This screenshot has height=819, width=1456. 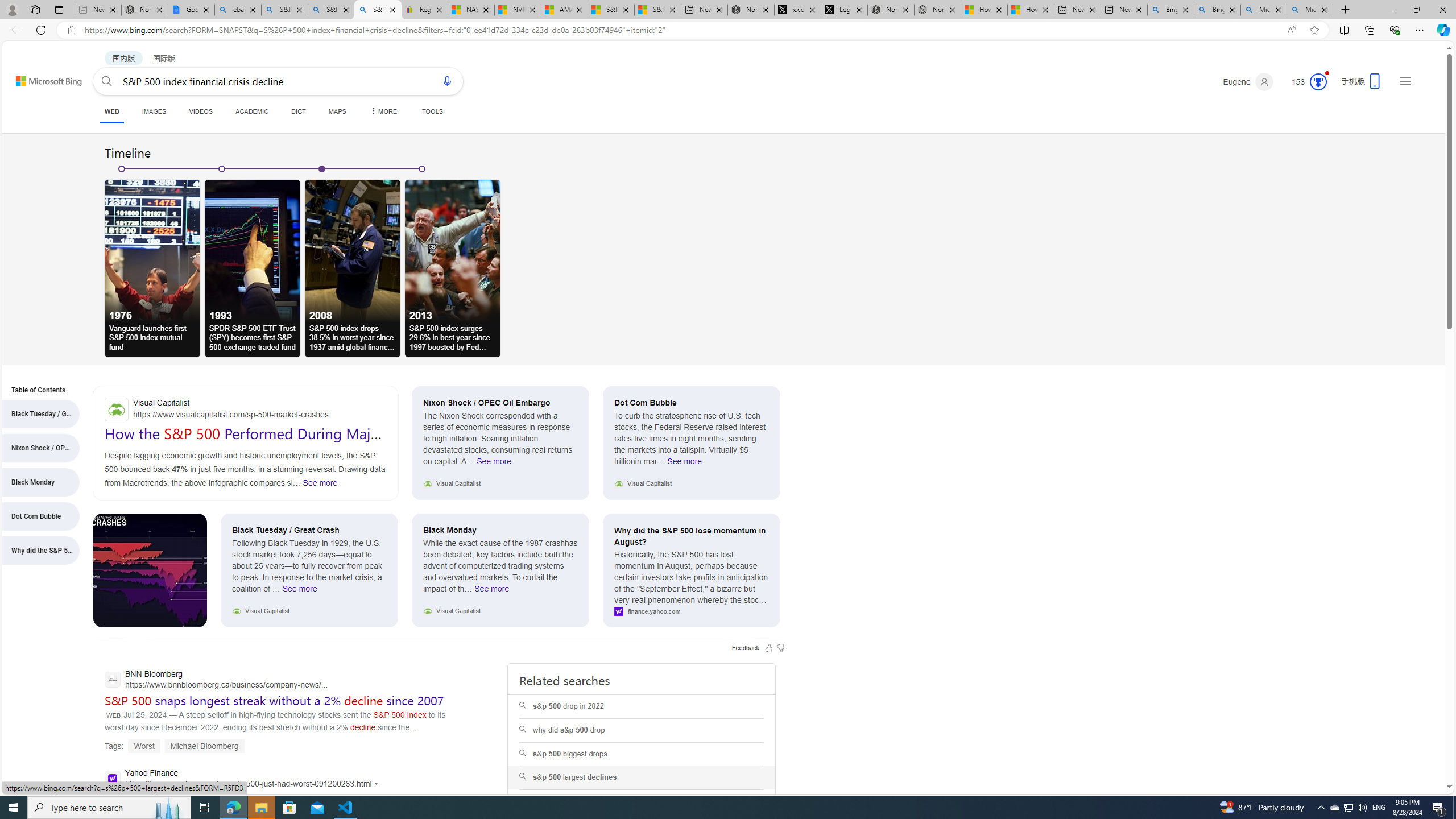 I want to click on 'why did s&p 500 drop', so click(x=642, y=730).